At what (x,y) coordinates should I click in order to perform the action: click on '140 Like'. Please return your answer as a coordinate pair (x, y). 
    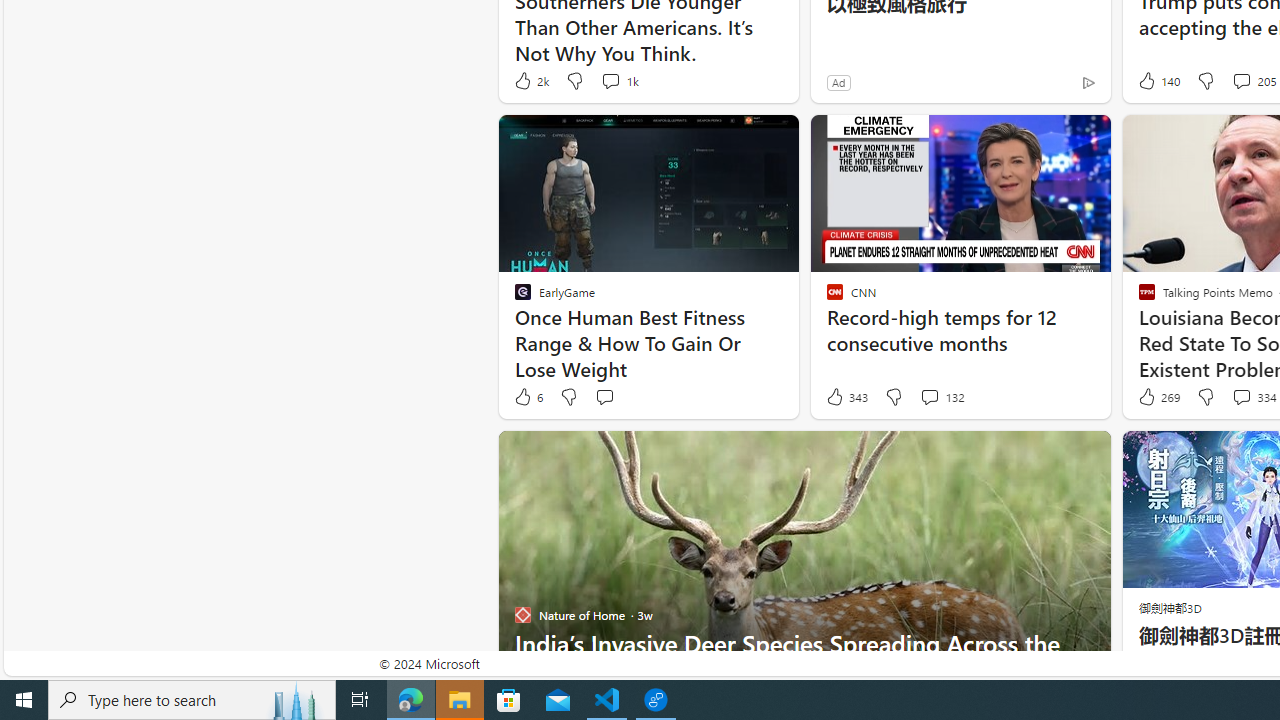
    Looking at the image, I should click on (1157, 80).